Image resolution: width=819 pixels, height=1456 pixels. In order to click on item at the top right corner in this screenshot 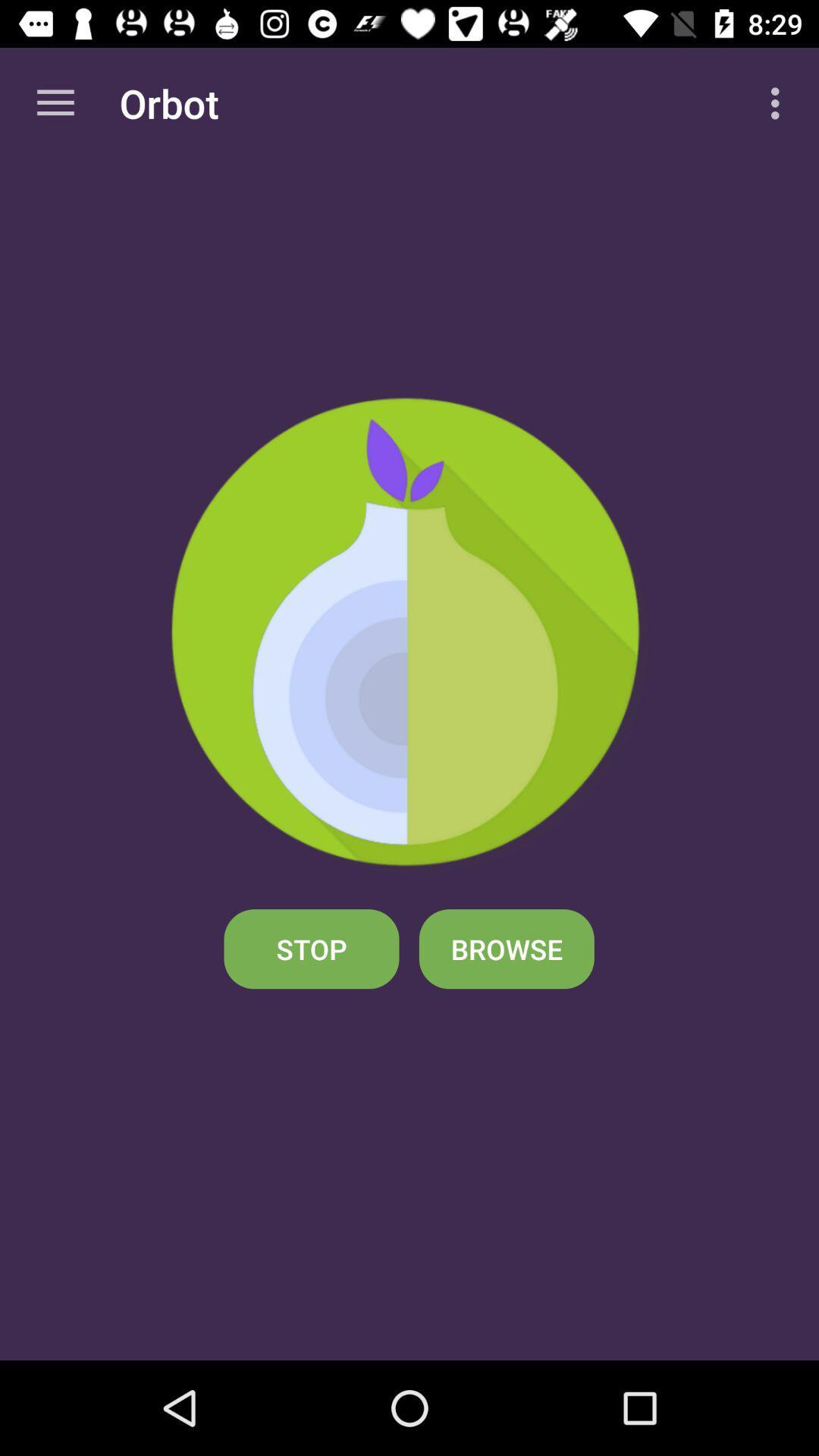, I will do `click(779, 102)`.